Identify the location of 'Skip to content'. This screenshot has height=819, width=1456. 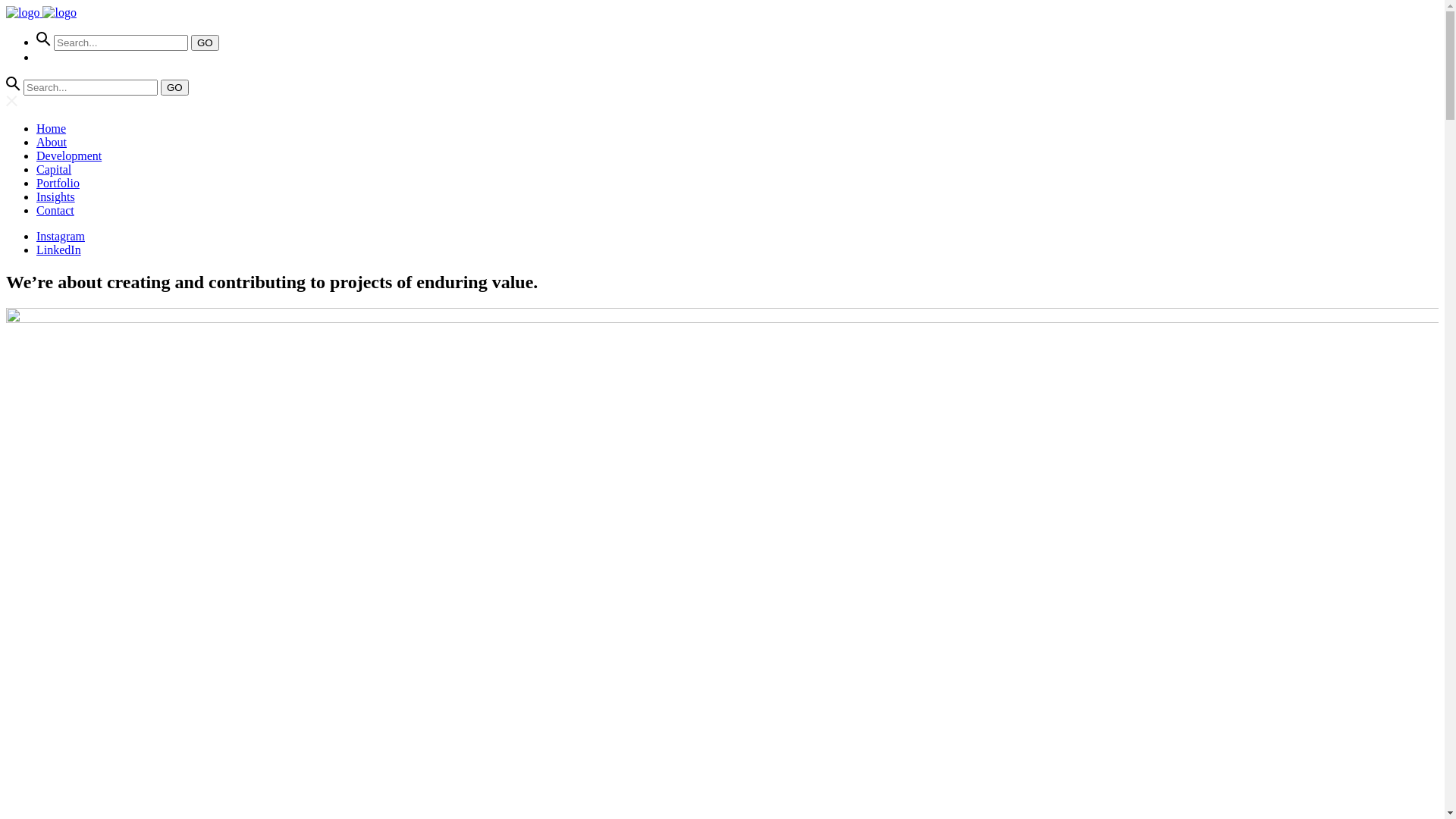
(6, 6).